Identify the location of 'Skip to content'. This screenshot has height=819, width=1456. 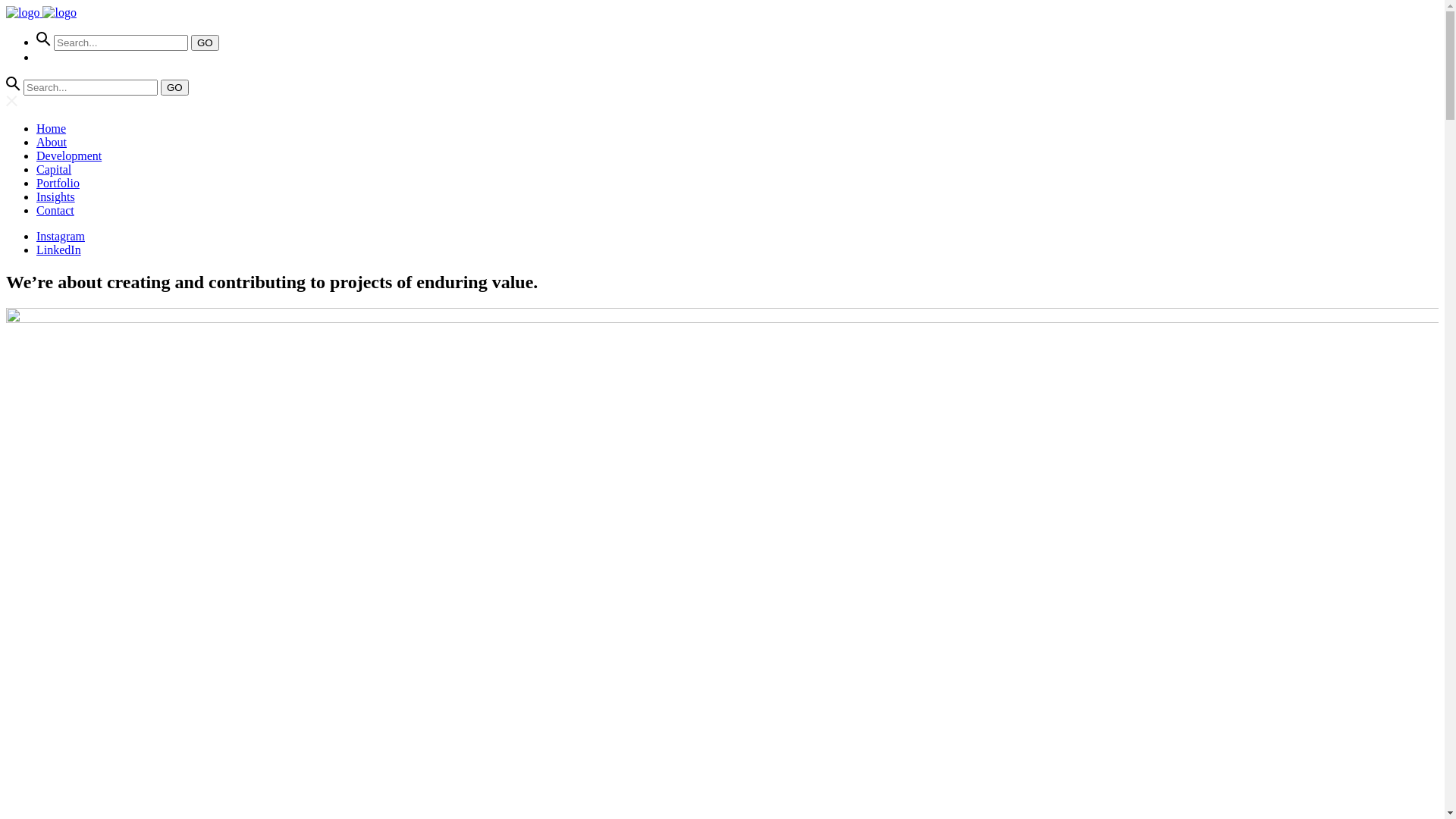
(6, 6).